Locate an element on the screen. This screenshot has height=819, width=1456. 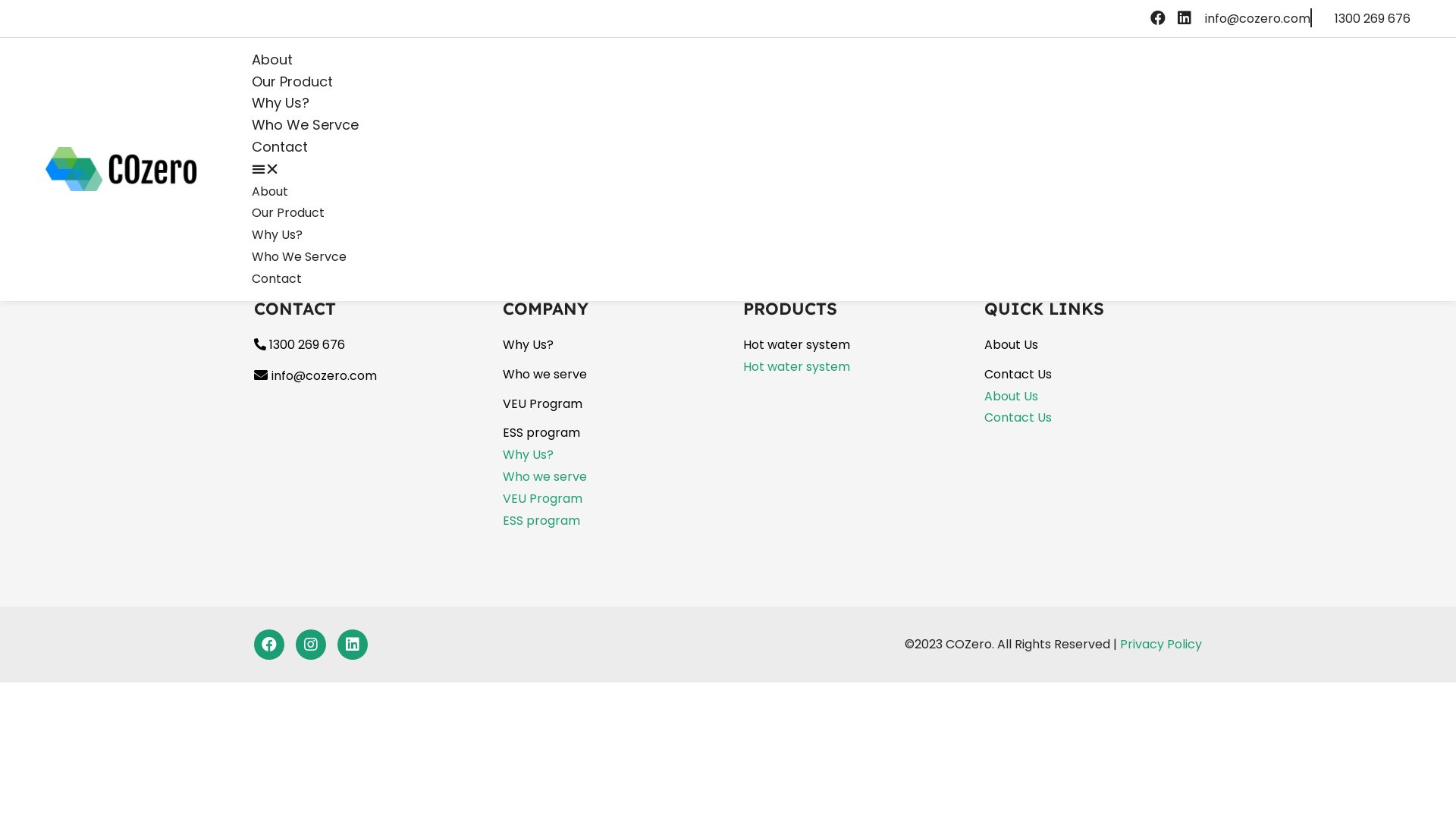
'Why Us?' is located at coordinates (527, 344).